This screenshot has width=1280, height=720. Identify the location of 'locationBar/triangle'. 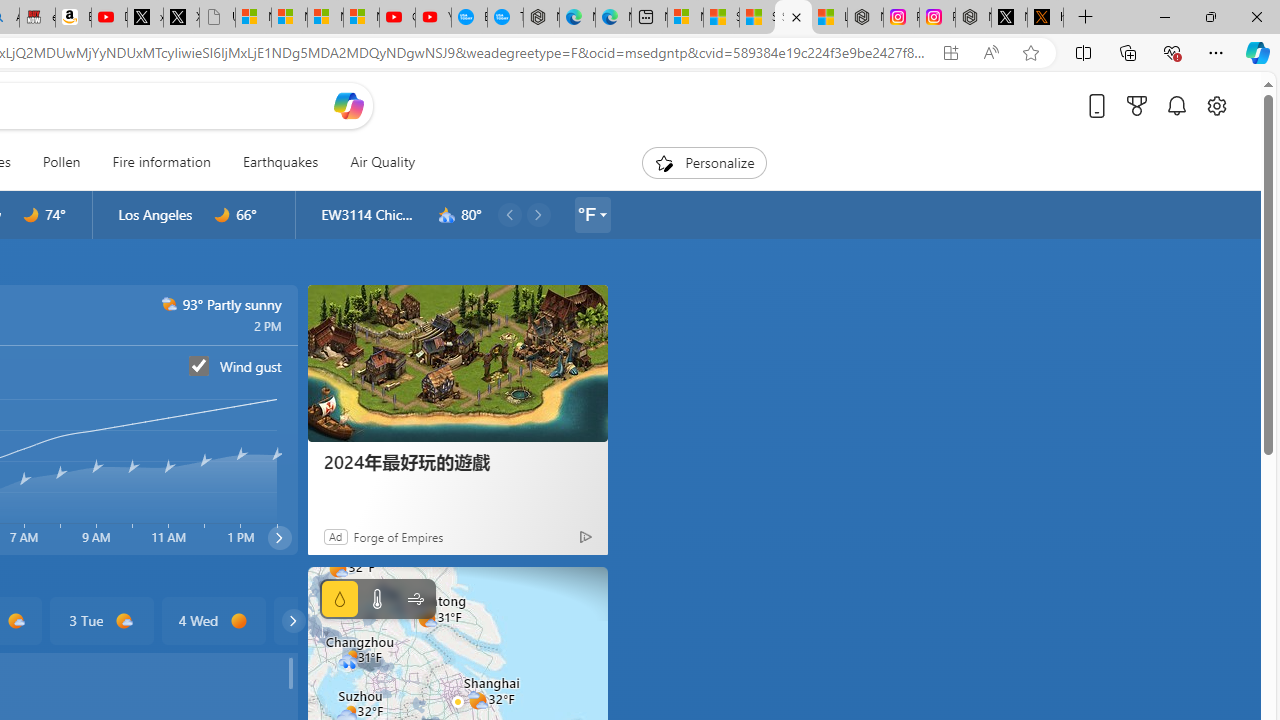
(601, 214).